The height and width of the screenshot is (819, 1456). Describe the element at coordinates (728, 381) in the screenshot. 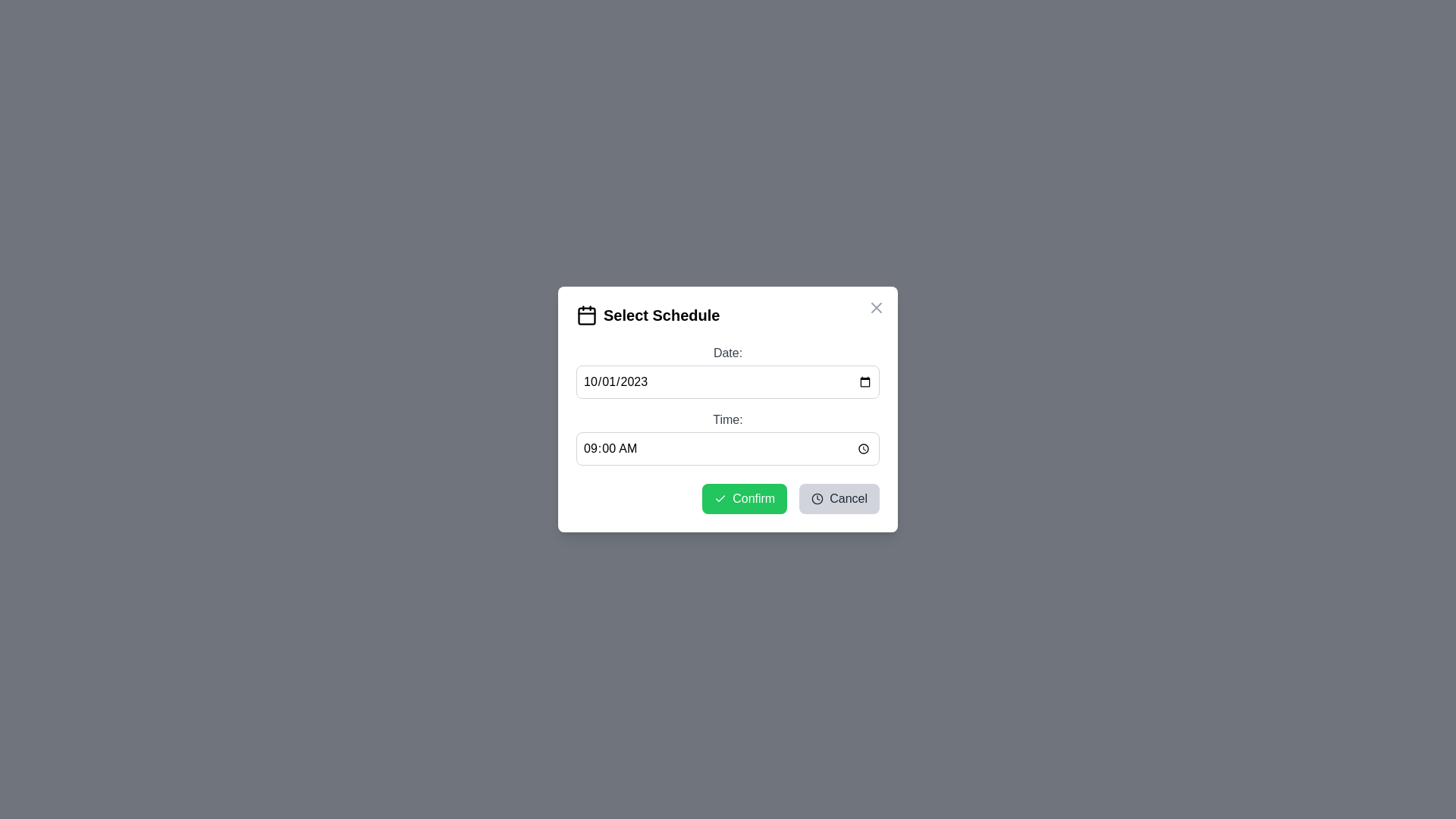

I see `the date input field to open the date picker` at that location.